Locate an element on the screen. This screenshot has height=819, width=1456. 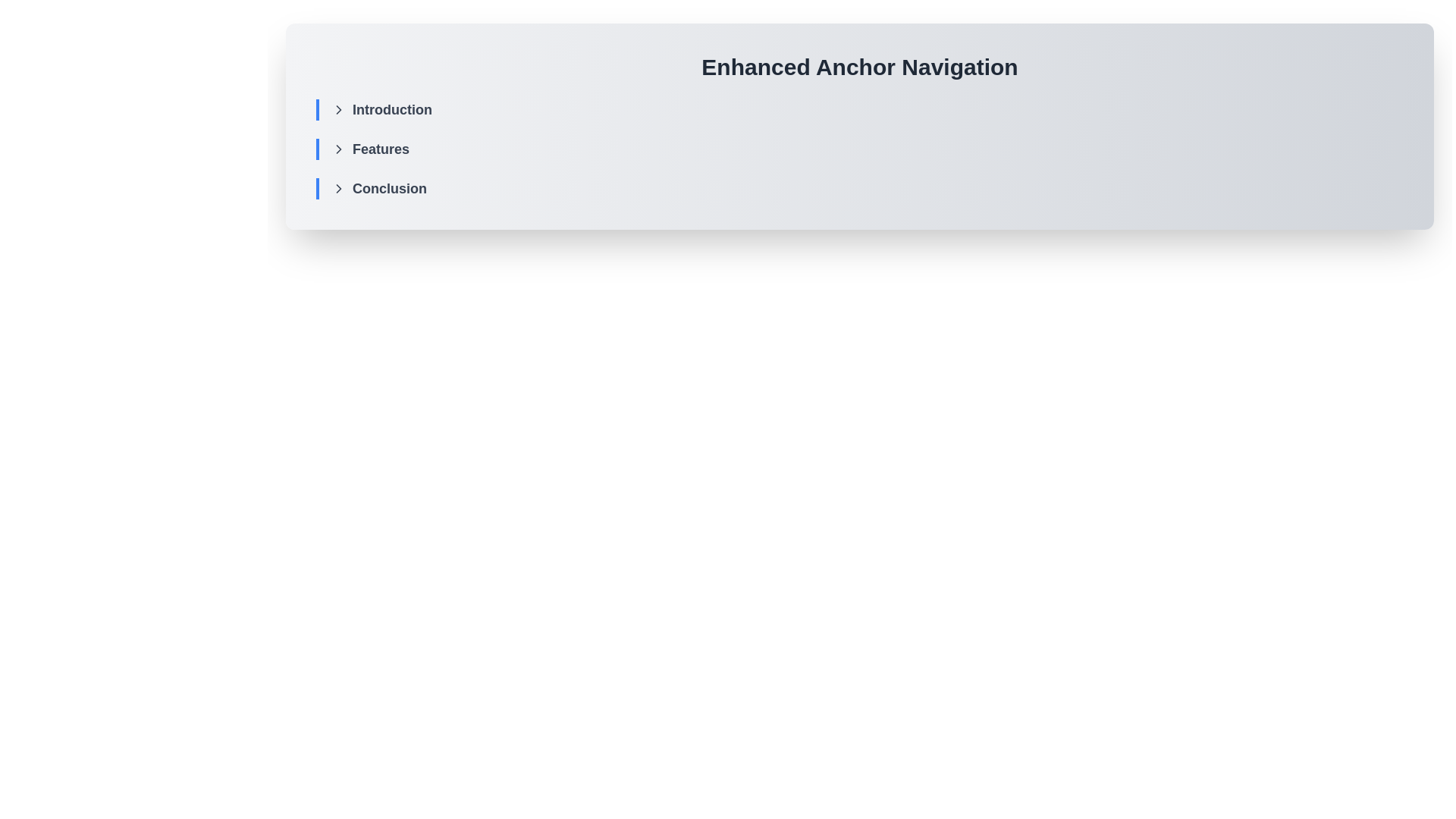
the chevron icon next to the 'Conclusion' section in the Enhanced Anchor Navigation is located at coordinates (337, 188).